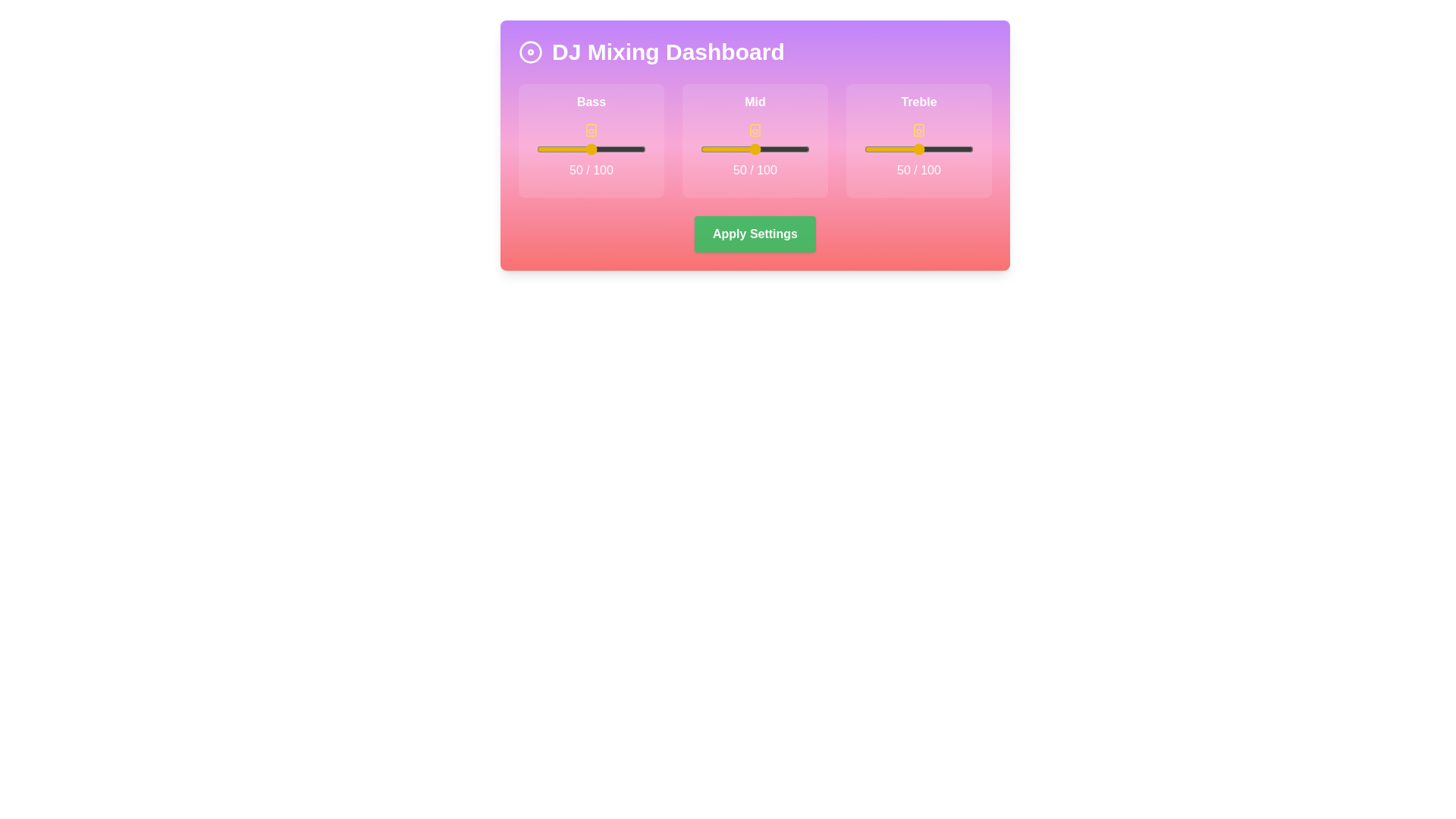 This screenshot has width=1456, height=819. What do you see at coordinates (572, 149) in the screenshot?
I see `the bass slider to set its value to 33` at bounding box center [572, 149].